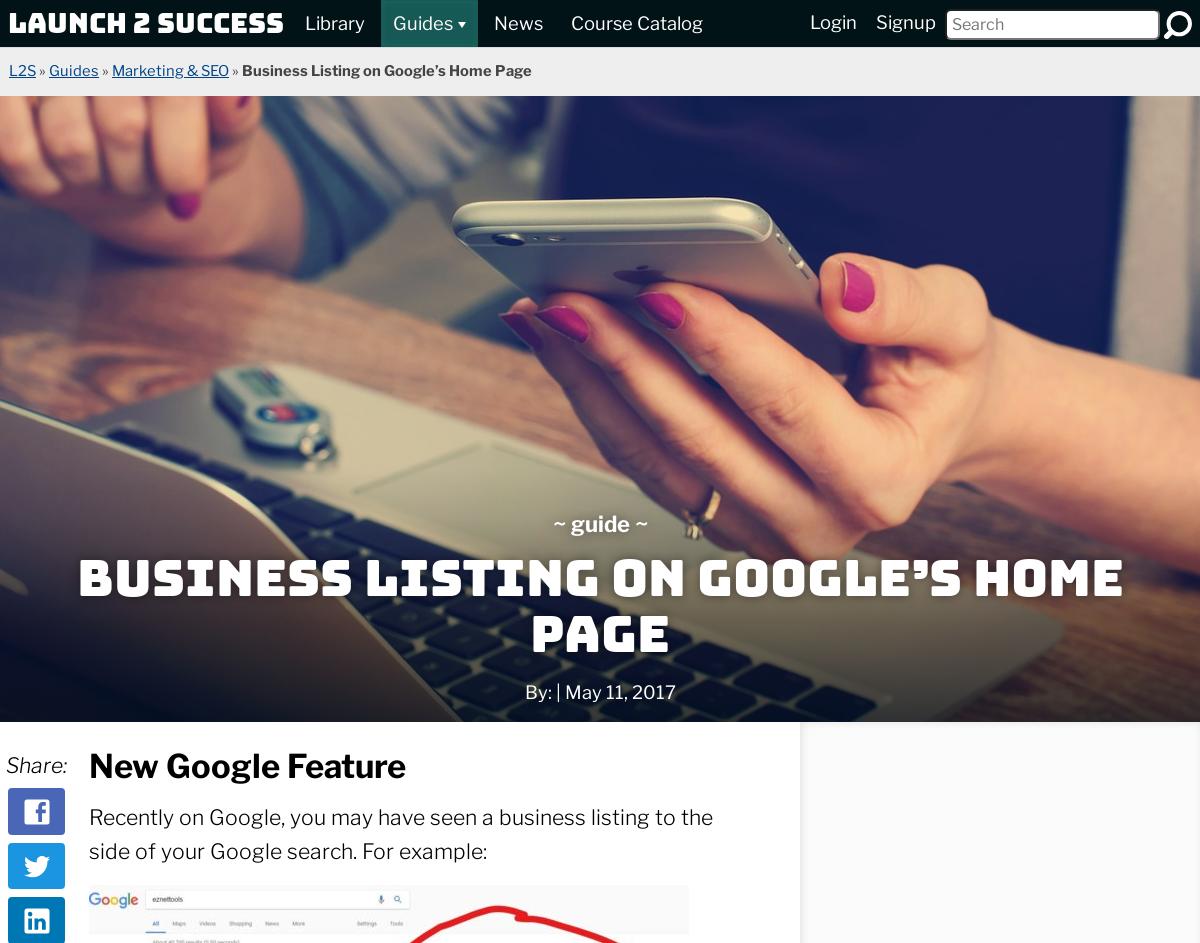 The image size is (1200, 943). I want to click on 'Oh, and there's a free trial!', so click(854, 495).